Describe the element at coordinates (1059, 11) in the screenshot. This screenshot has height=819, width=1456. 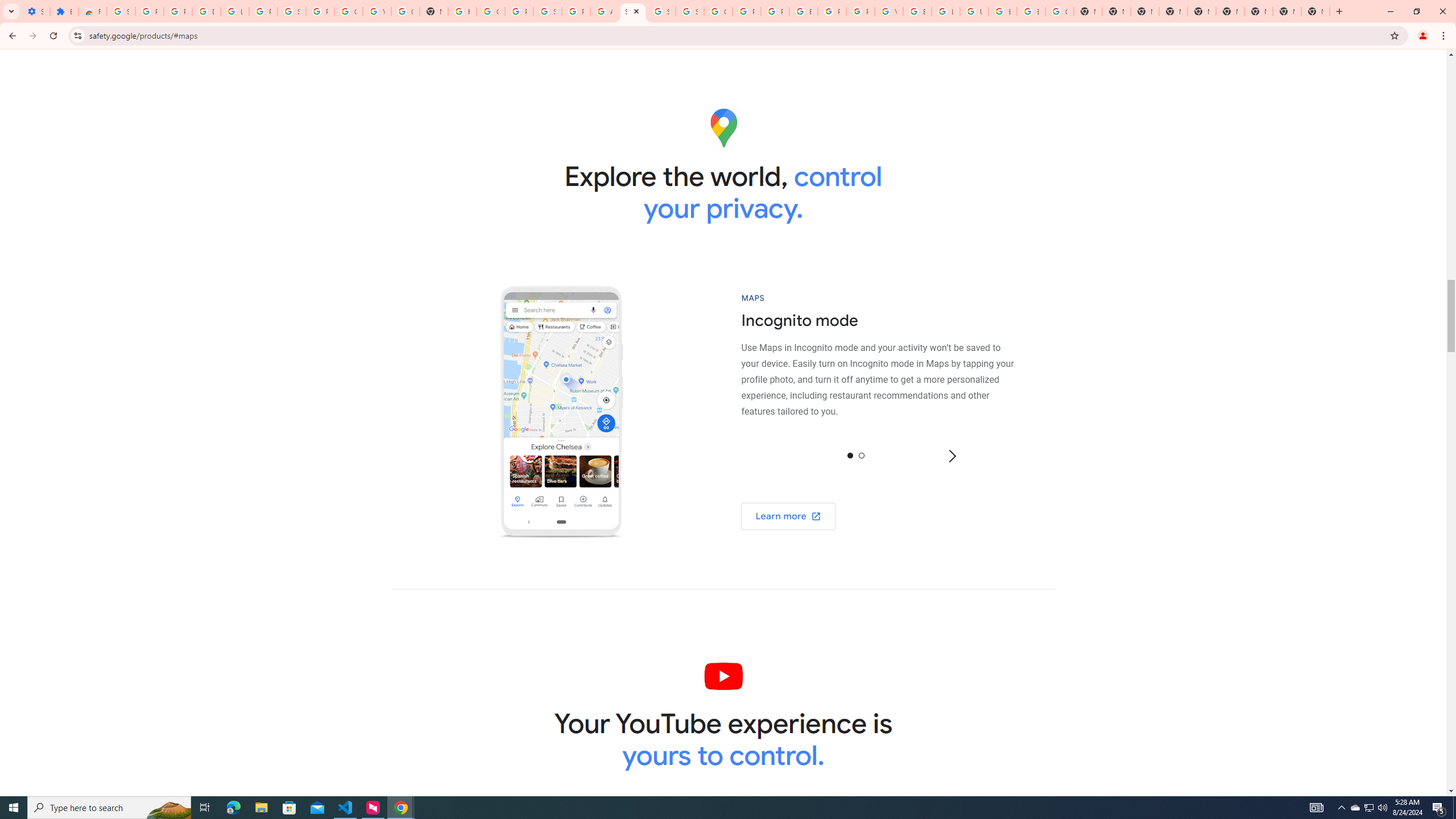
I see `'Google Images'` at that location.